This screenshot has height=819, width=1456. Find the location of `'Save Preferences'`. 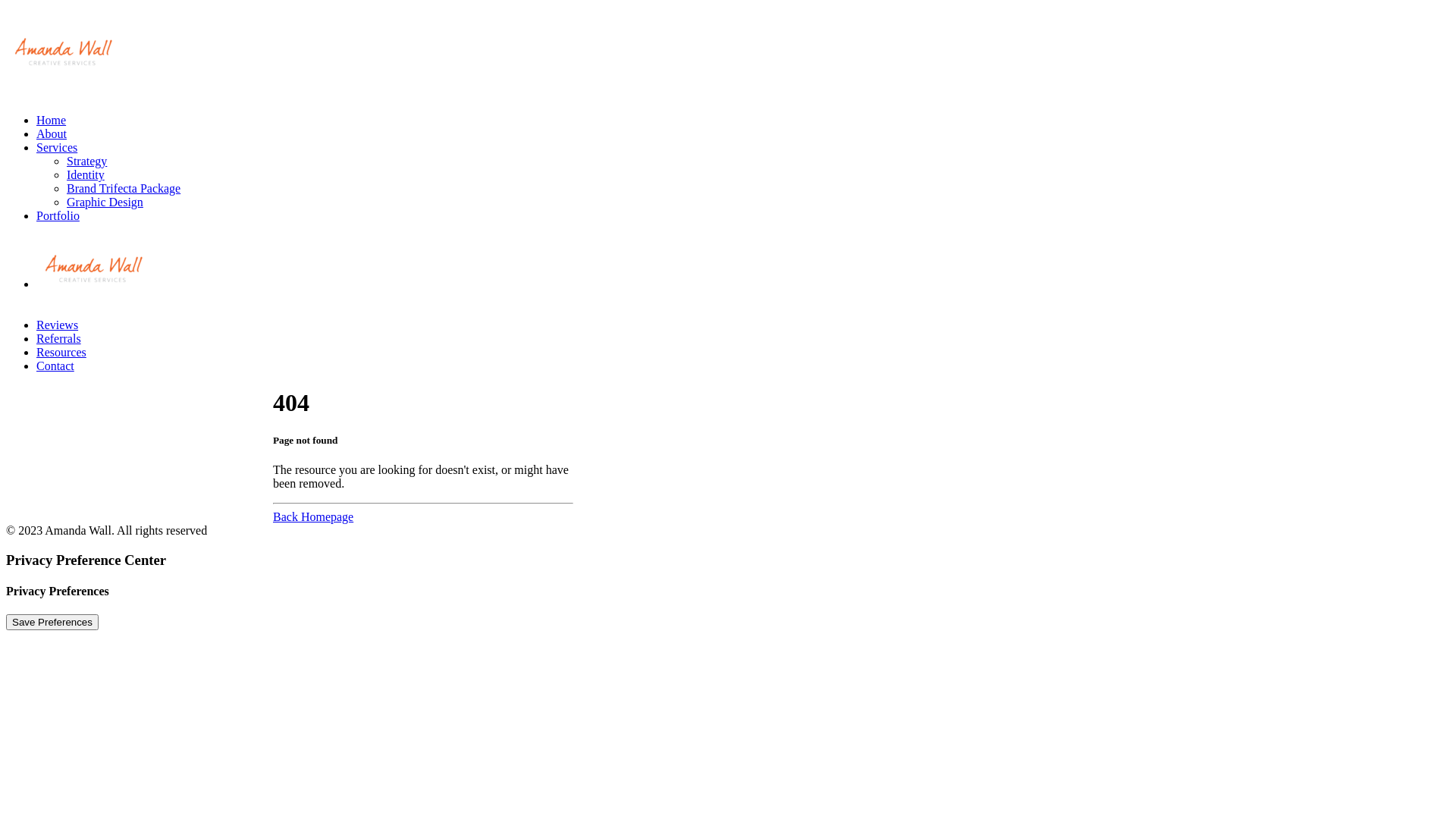

'Save Preferences' is located at coordinates (52, 622).